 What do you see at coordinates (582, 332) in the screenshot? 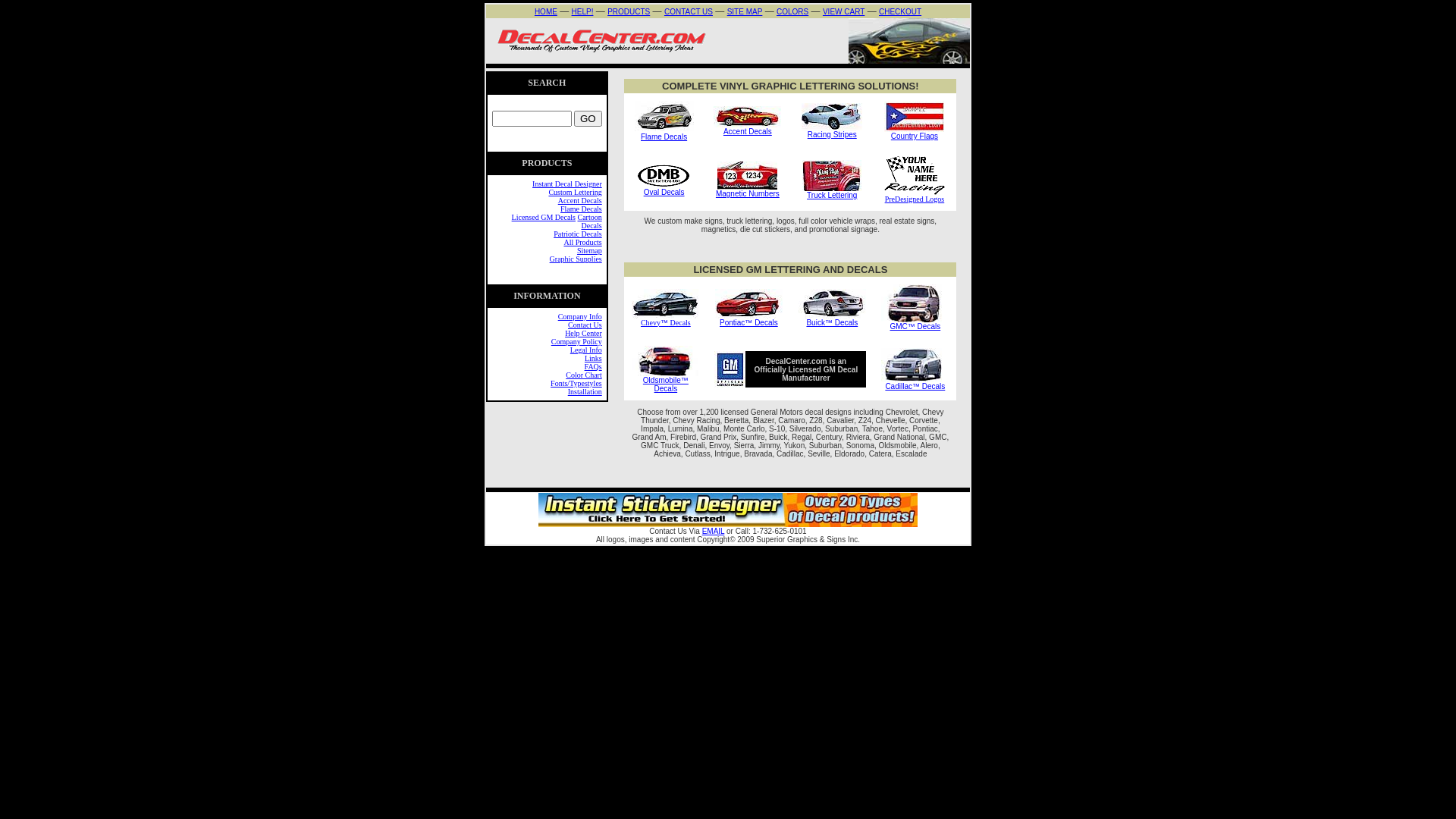
I see `'Help Center'` at bounding box center [582, 332].